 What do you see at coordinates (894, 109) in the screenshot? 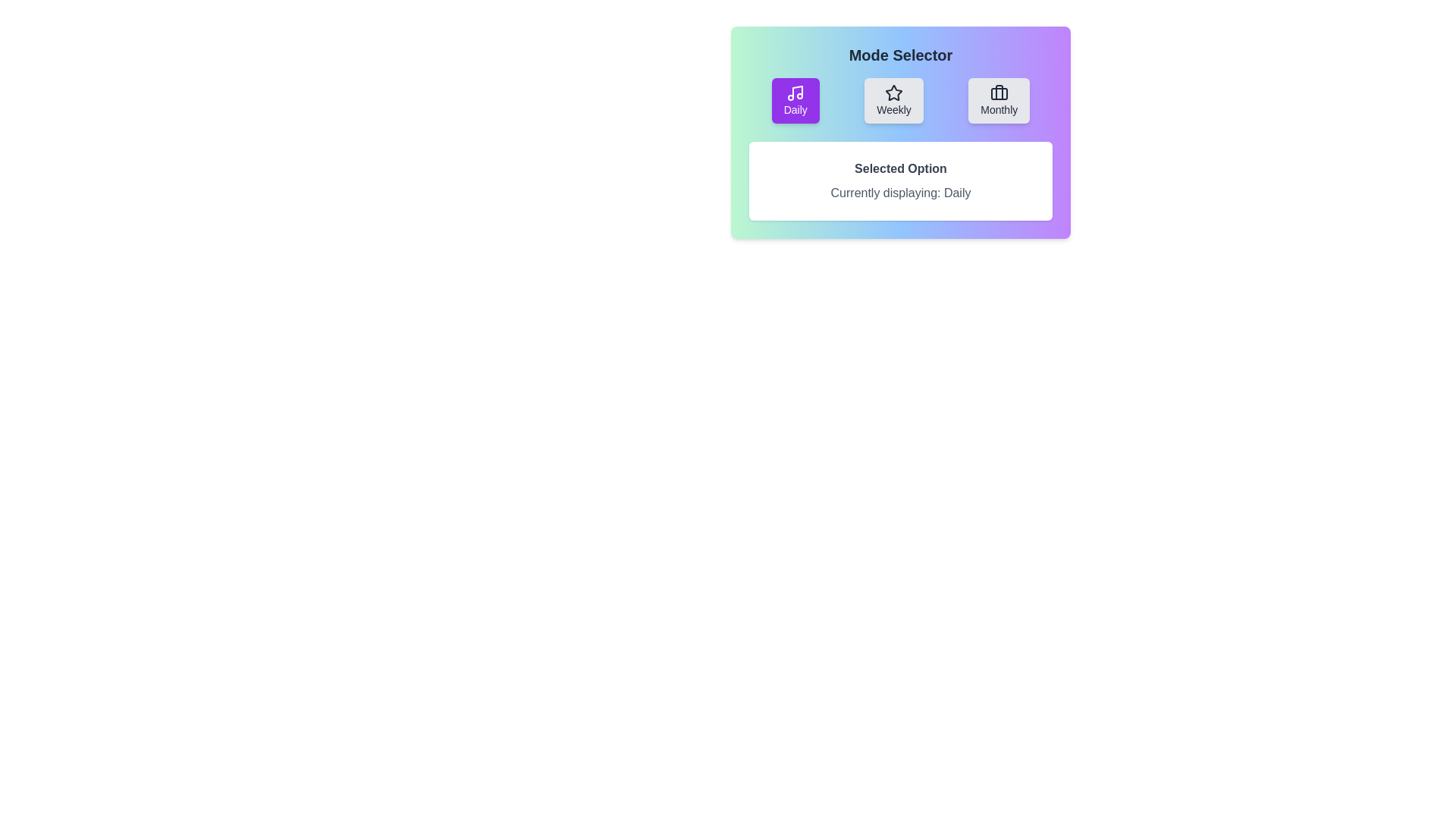
I see `the 'Weekly' text label, which is styled with a medium font size in dark gray and positioned directly below the star icon within the second button of a row of three buttons` at bounding box center [894, 109].